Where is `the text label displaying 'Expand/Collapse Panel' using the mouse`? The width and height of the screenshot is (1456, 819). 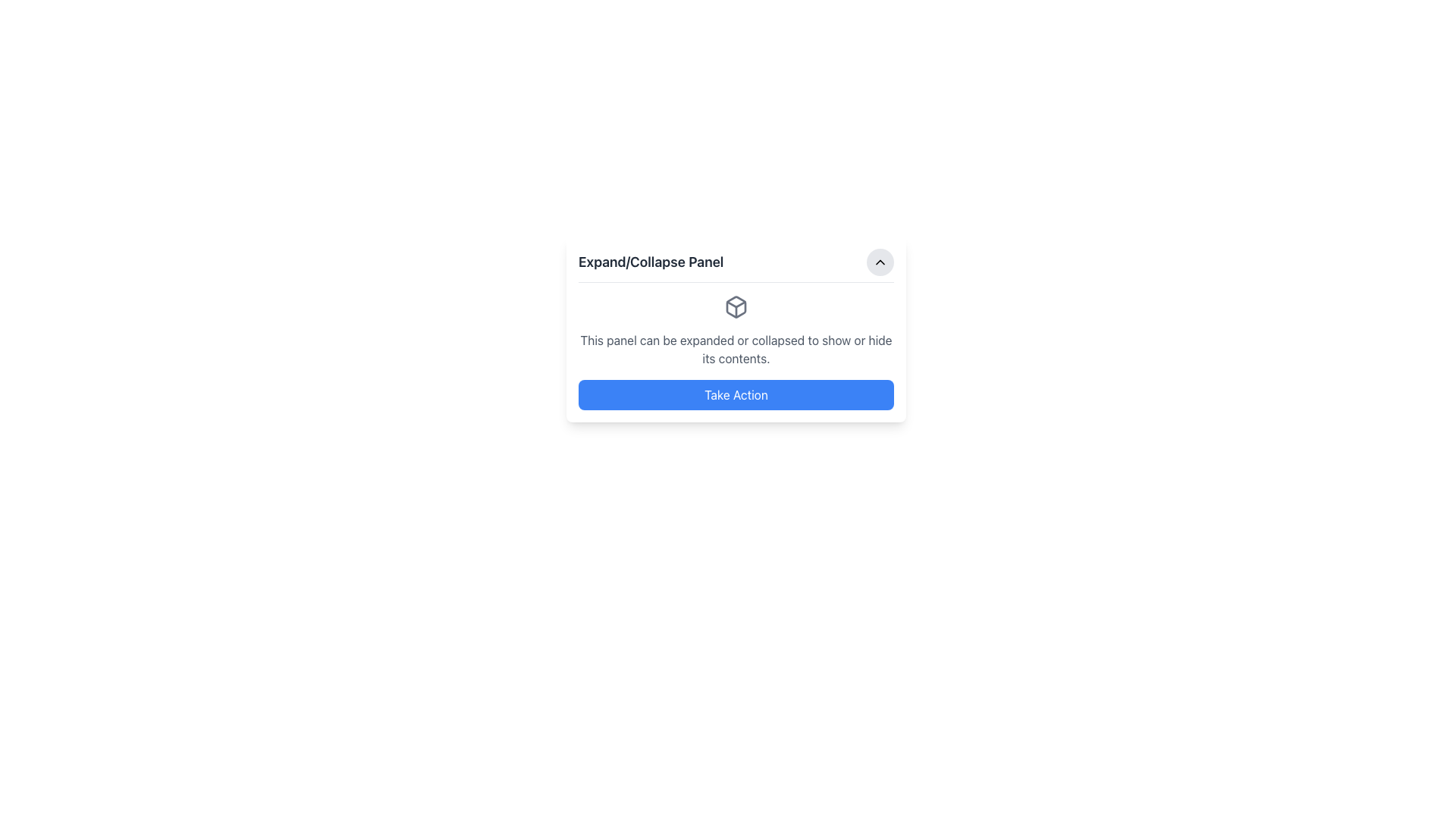 the text label displaying 'Expand/Collapse Panel' using the mouse is located at coordinates (651, 262).